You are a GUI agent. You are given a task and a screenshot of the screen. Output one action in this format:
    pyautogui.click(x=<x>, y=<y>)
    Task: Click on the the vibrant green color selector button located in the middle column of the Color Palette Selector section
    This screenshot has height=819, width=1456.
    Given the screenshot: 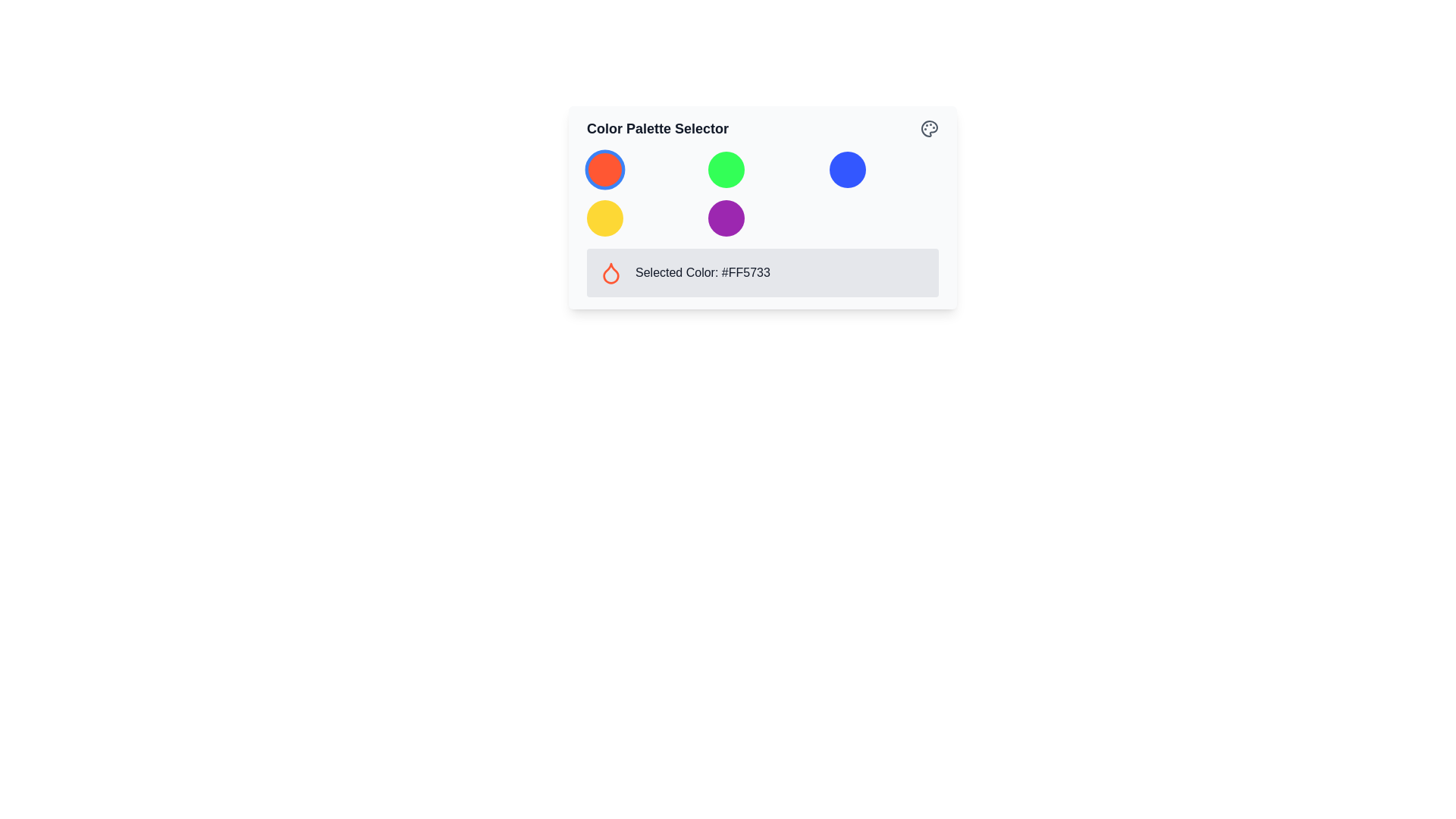 What is the action you would take?
    pyautogui.click(x=726, y=169)
    